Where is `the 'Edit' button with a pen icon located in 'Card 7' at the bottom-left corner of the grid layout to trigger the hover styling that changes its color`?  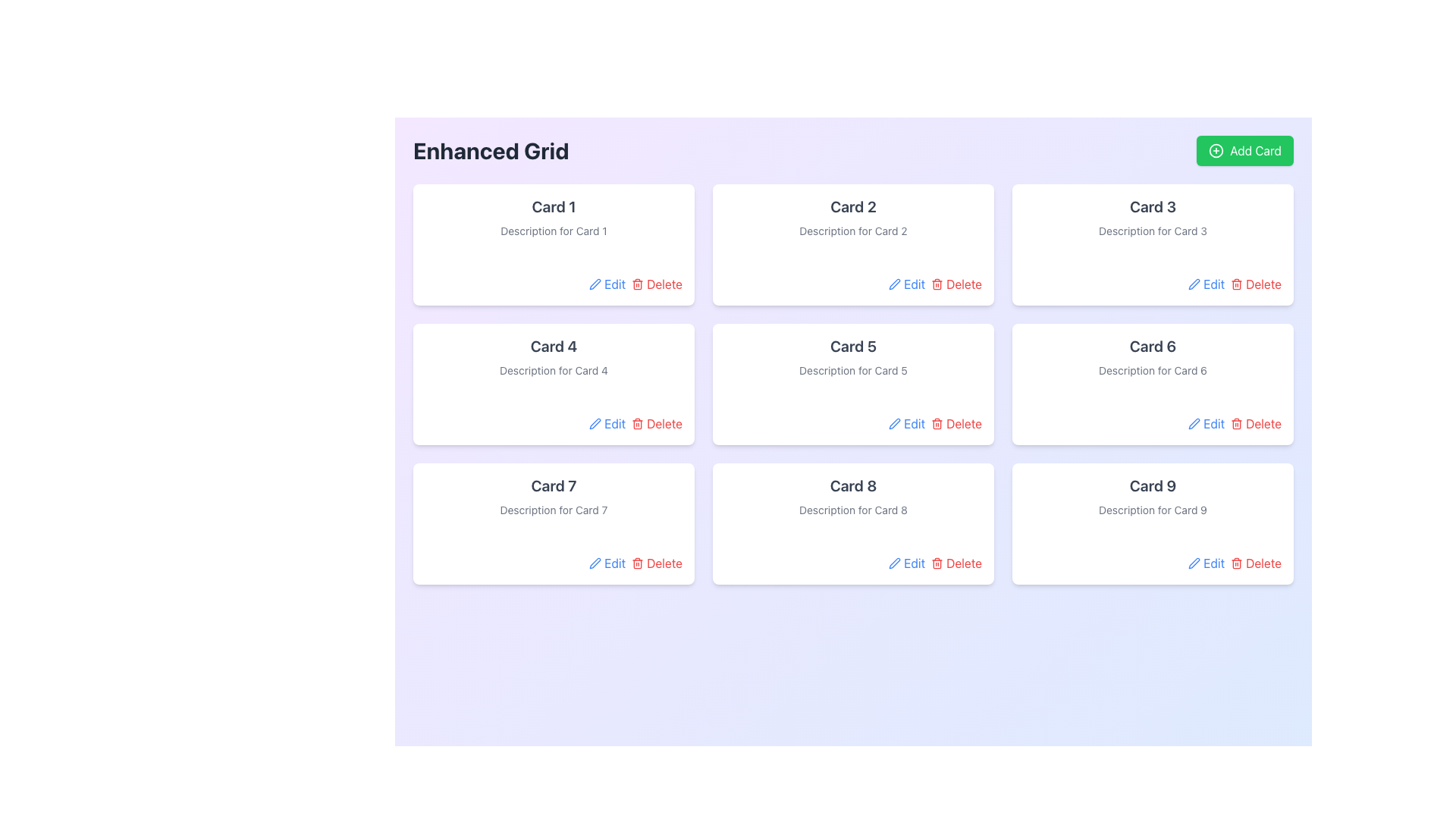
the 'Edit' button with a pen icon located in 'Card 7' at the bottom-left corner of the grid layout to trigger the hover styling that changes its color is located at coordinates (607, 563).